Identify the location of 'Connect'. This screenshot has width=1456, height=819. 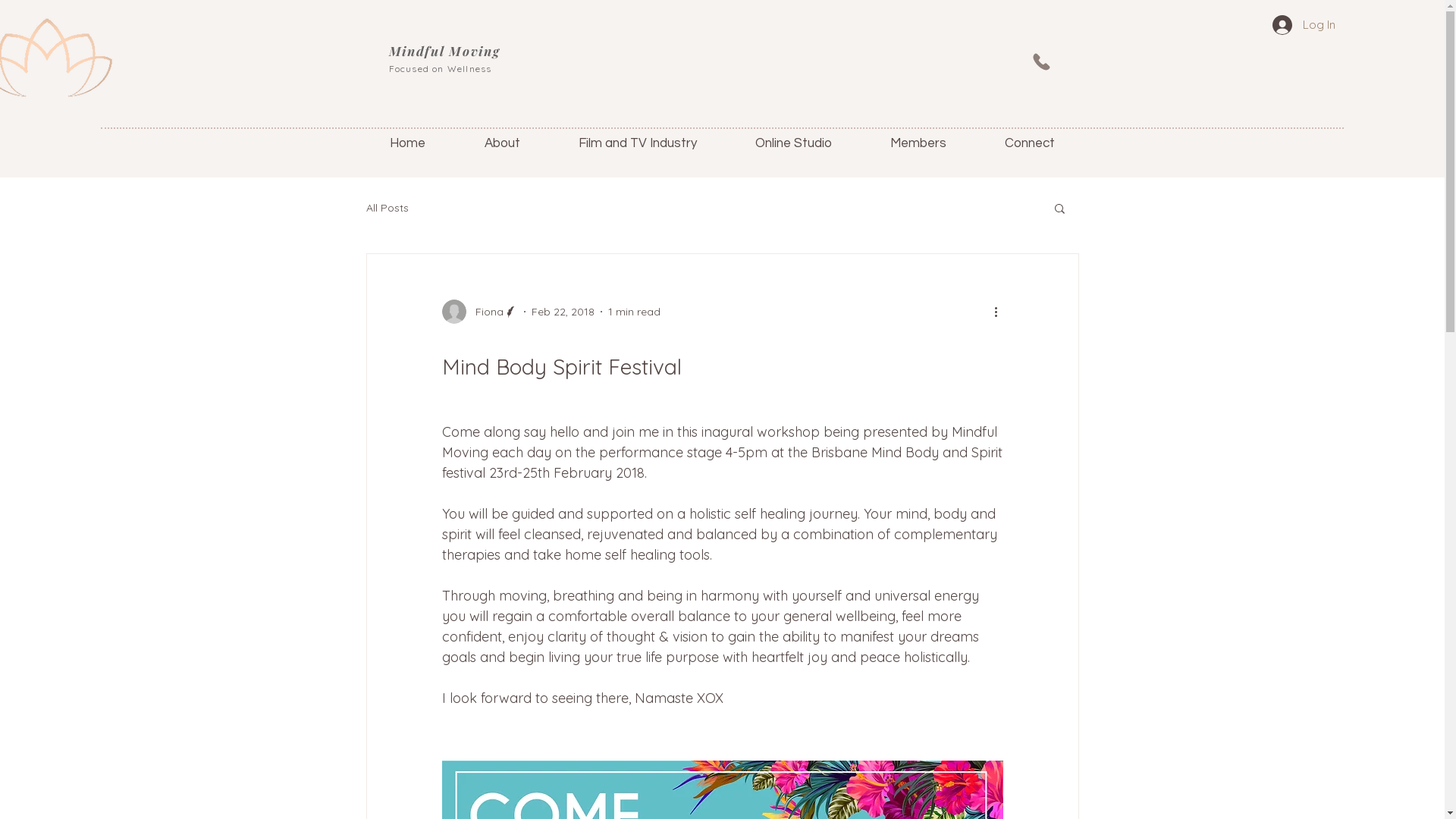
(1029, 143).